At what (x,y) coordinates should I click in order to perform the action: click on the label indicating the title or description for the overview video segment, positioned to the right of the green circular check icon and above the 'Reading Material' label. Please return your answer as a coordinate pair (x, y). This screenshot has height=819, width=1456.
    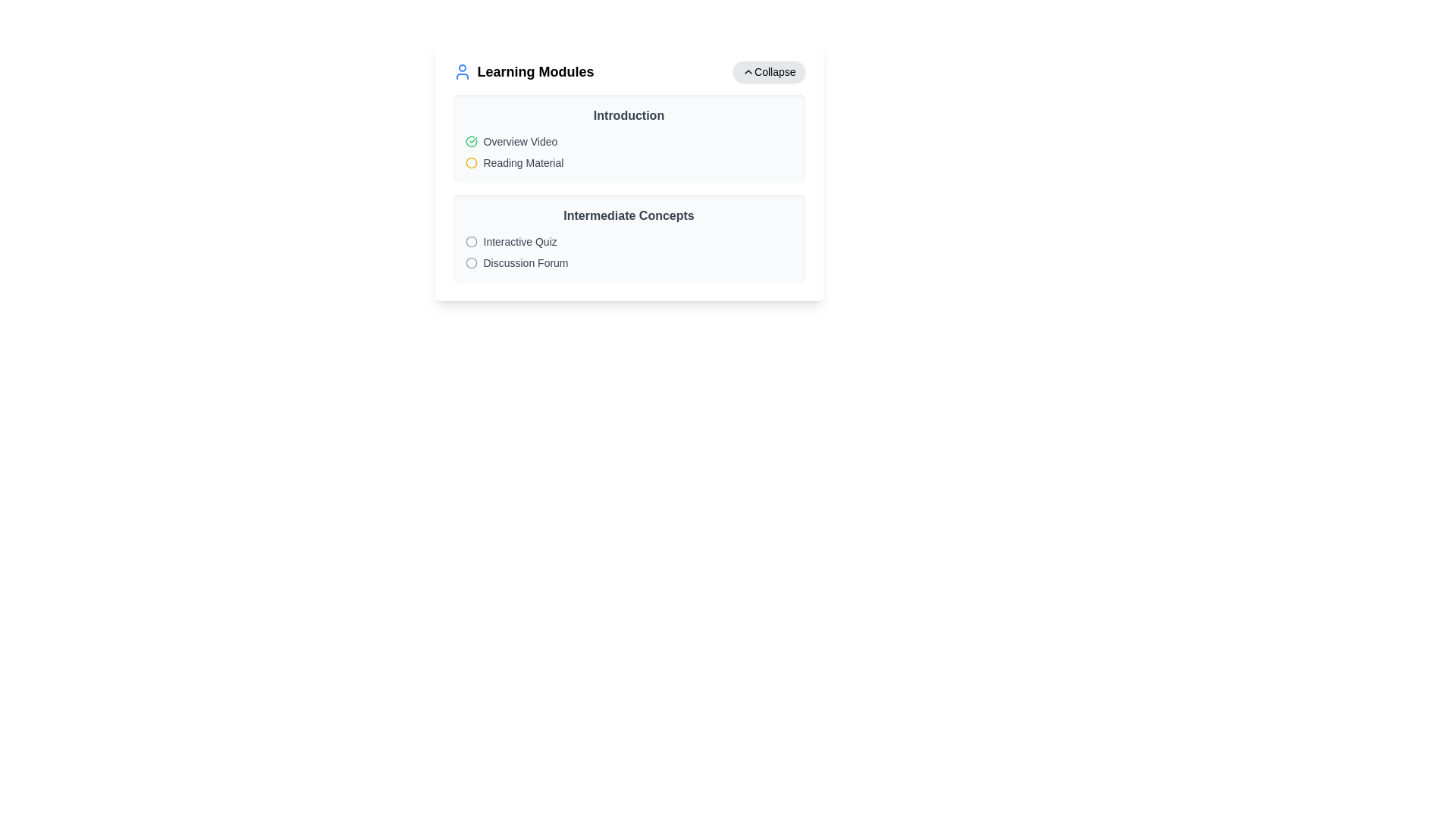
    Looking at the image, I should click on (520, 141).